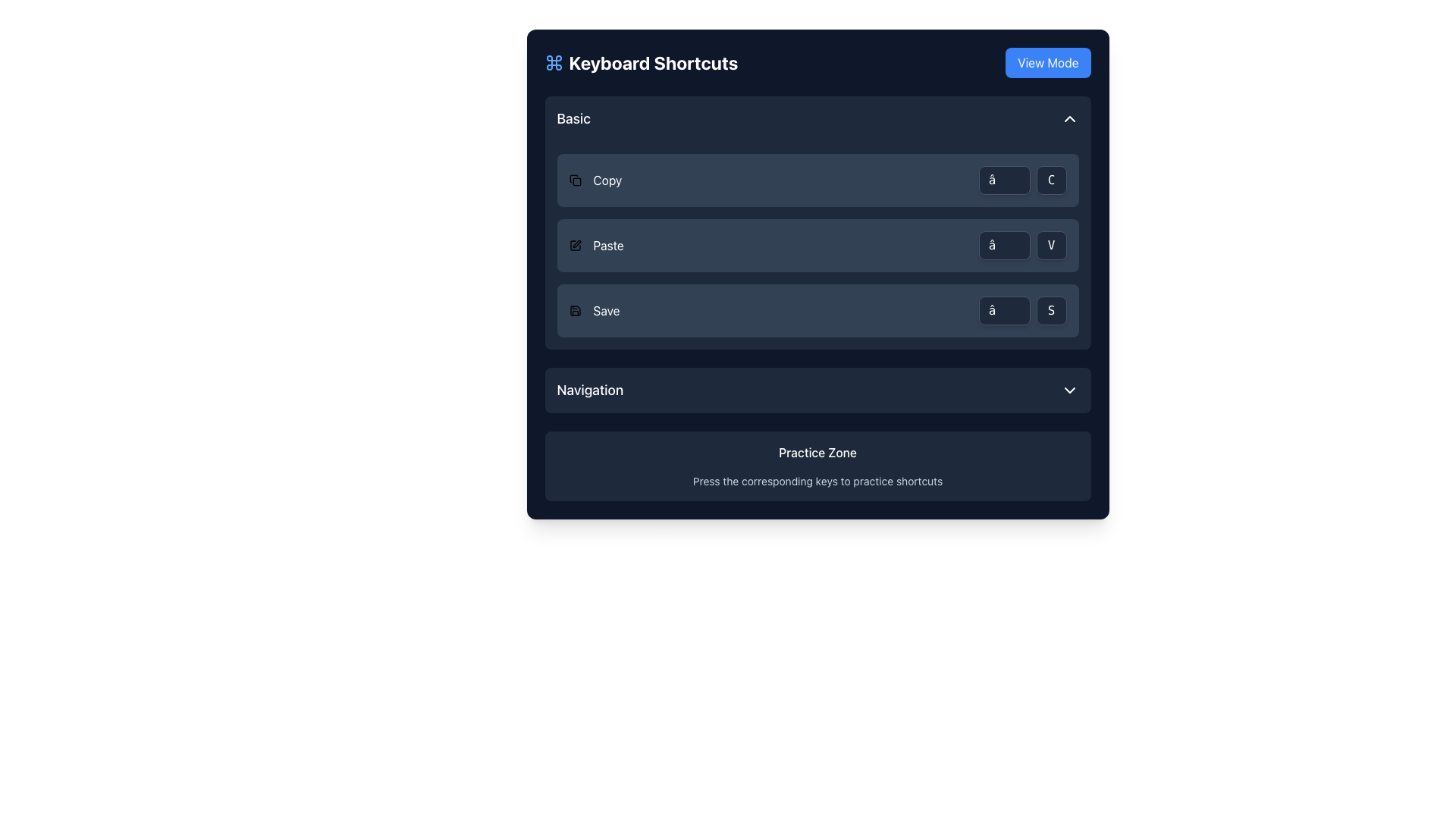  Describe the element at coordinates (1068, 390) in the screenshot. I see `the Dropdown indicator icon located at the far right end of the 'Navigation' section` at that location.